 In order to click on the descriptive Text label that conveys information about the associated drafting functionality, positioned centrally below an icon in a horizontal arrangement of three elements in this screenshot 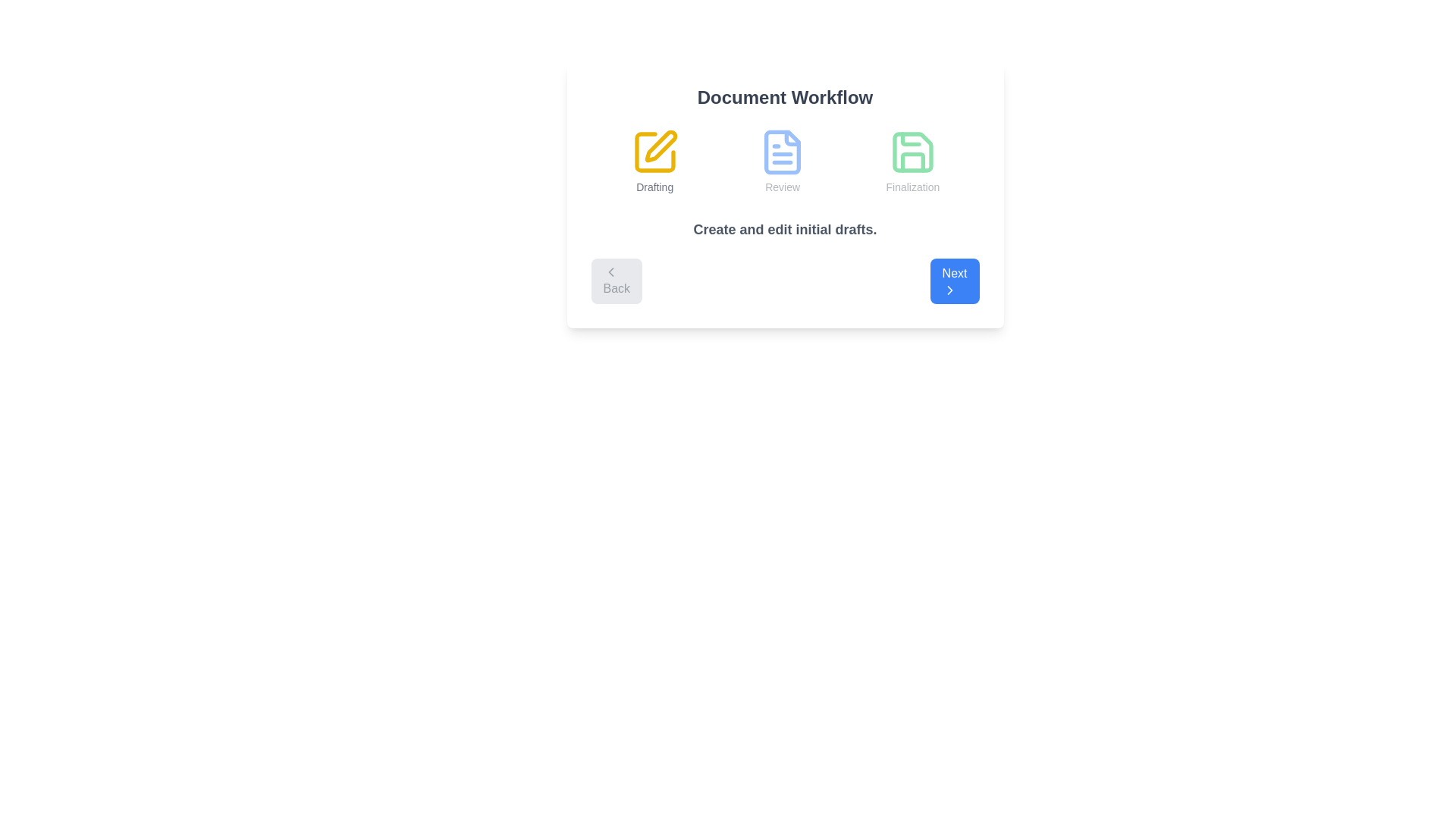, I will do `click(654, 186)`.